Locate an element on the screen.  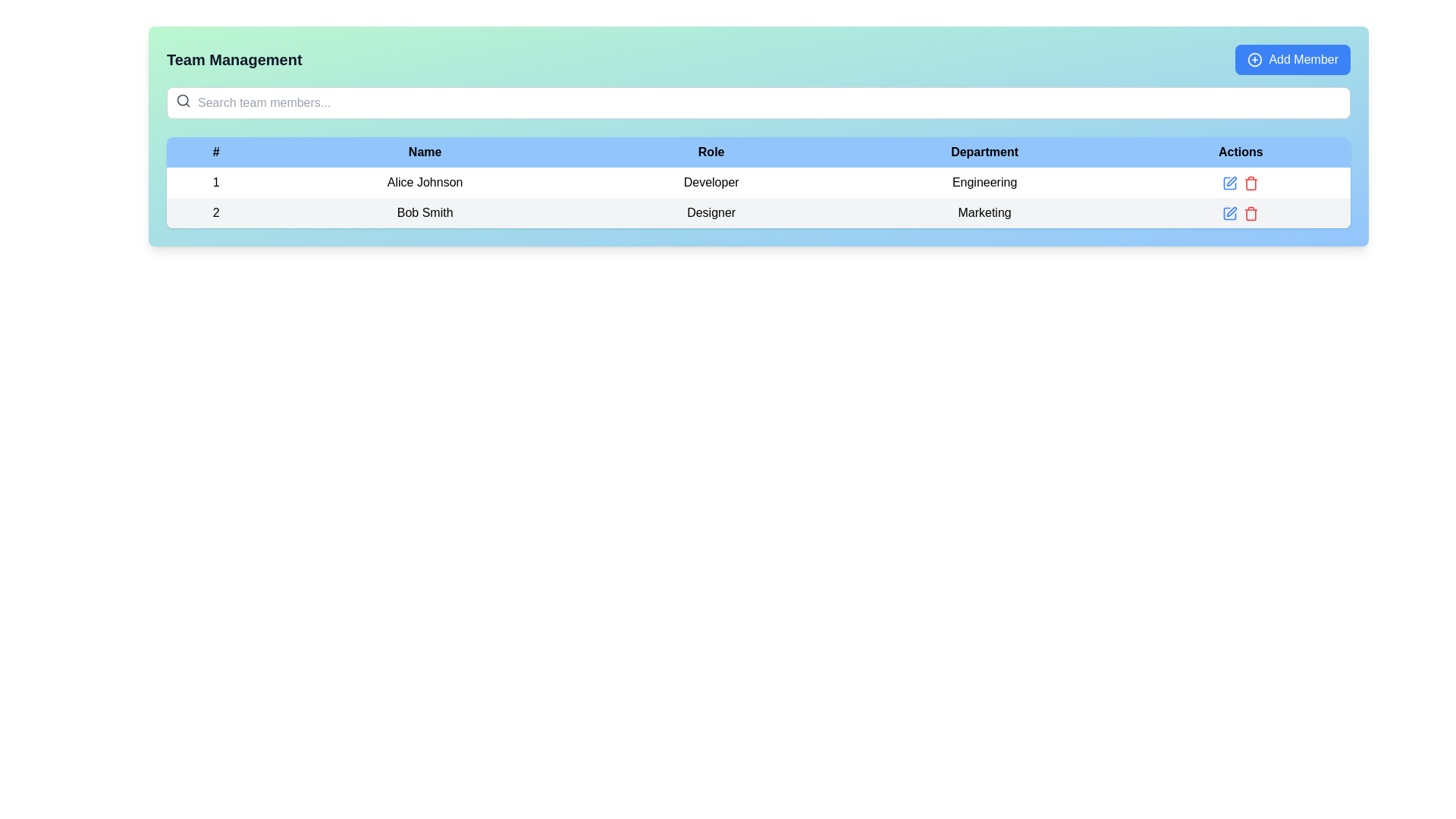
the SVG circle element that represents the lens of the magnifying glass icon used for search functionality in the text input for searching a team member is located at coordinates (182, 100).